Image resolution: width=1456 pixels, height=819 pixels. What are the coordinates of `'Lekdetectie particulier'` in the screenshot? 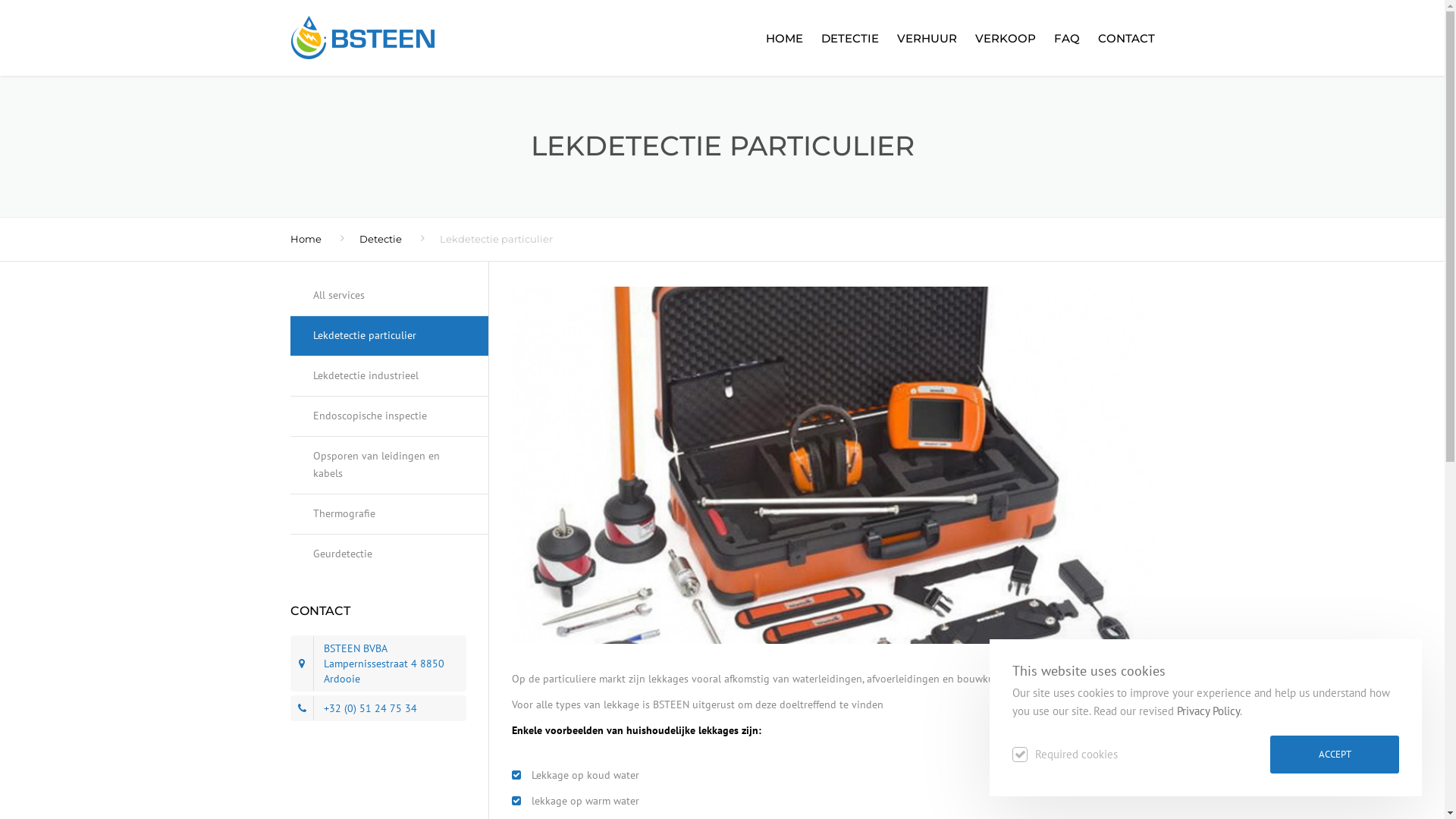 It's located at (389, 335).